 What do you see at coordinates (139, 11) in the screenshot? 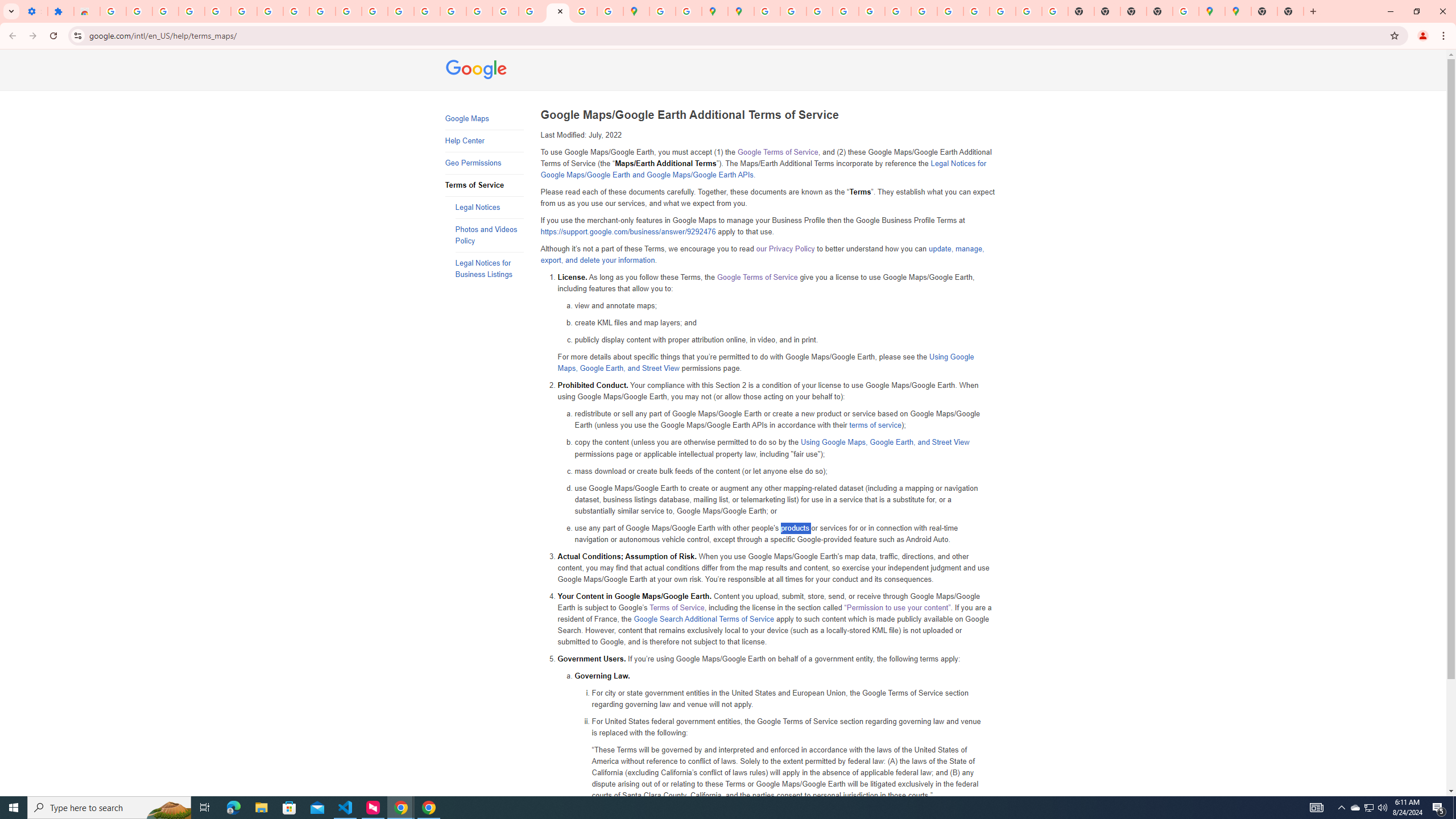
I see `'Delete photos & videos - Computer - Google Photos Help'` at bounding box center [139, 11].